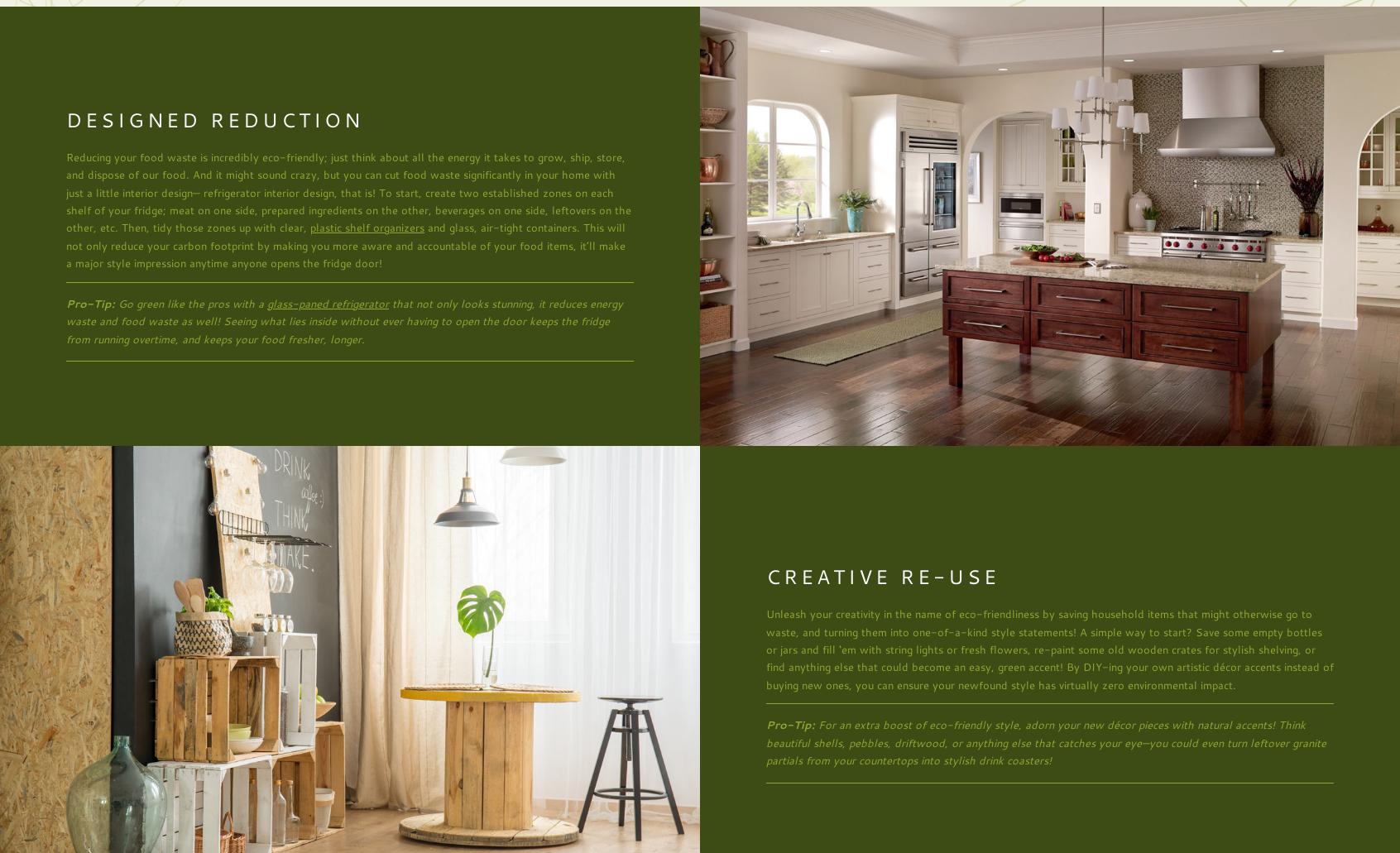 Image resolution: width=1400 pixels, height=853 pixels. Describe the element at coordinates (1050, 648) in the screenshot. I see `'Unleash your creativity in the name of eco-friendliness by saving household items that might otherwise go to waste, and turning them into one-of-a-kind style statements! A simple way to start? Save some empty bottles or jars and fill ‘em with string lights or fresh flowers, re-paint some old wooden crates for stylish shelving, or find anything else that could become an easy, green accent! By DIY-ing your own artistic décor accents instead of buying new ones, you can ensure your newfound style has virtually zero environmental impact.'` at that location.